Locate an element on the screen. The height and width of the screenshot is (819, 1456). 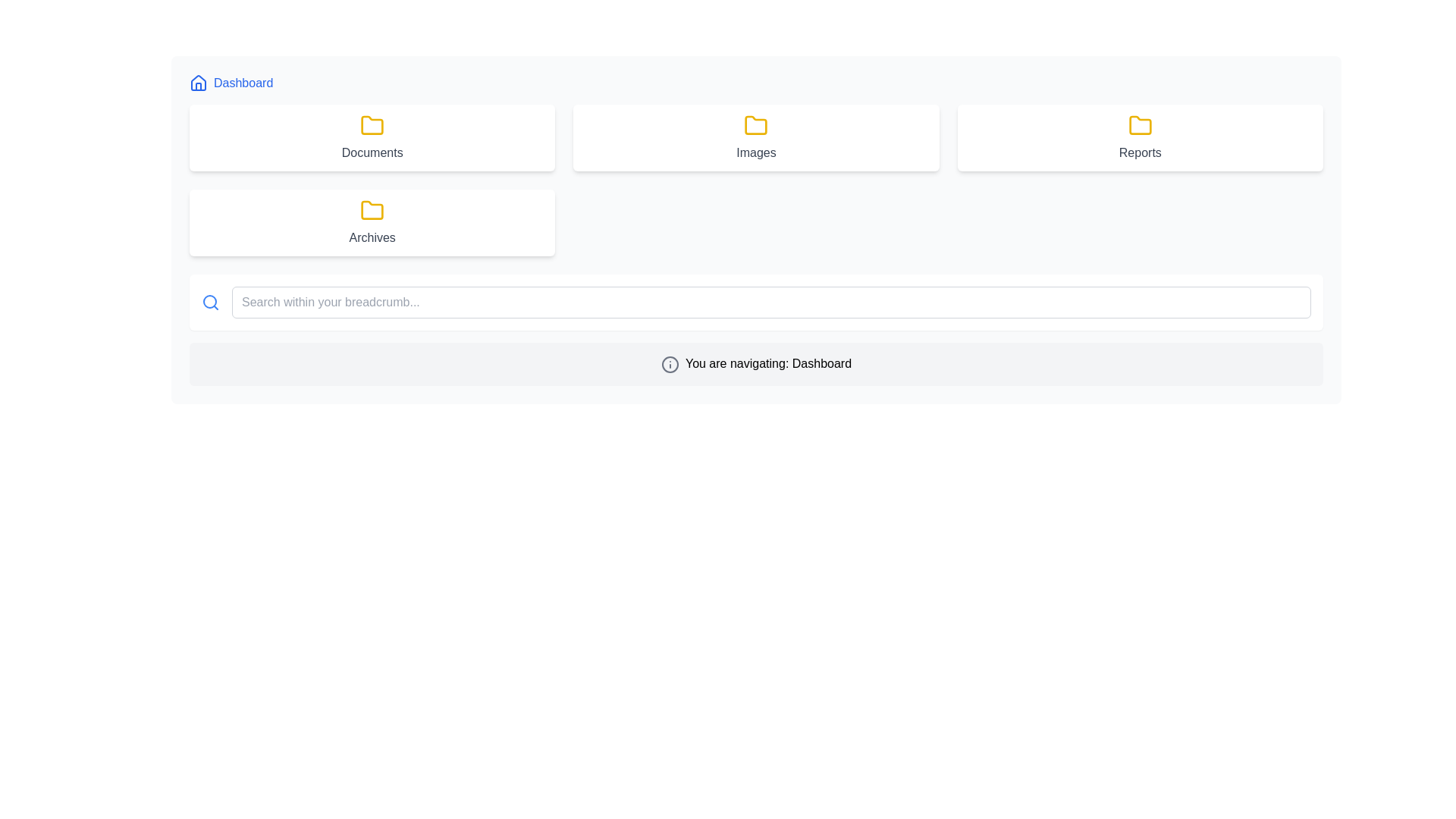
the 'Documents' text label, which is styled with a gray color and medium font size, located below a yellow folder icon in the upper section of the interface is located at coordinates (372, 152).